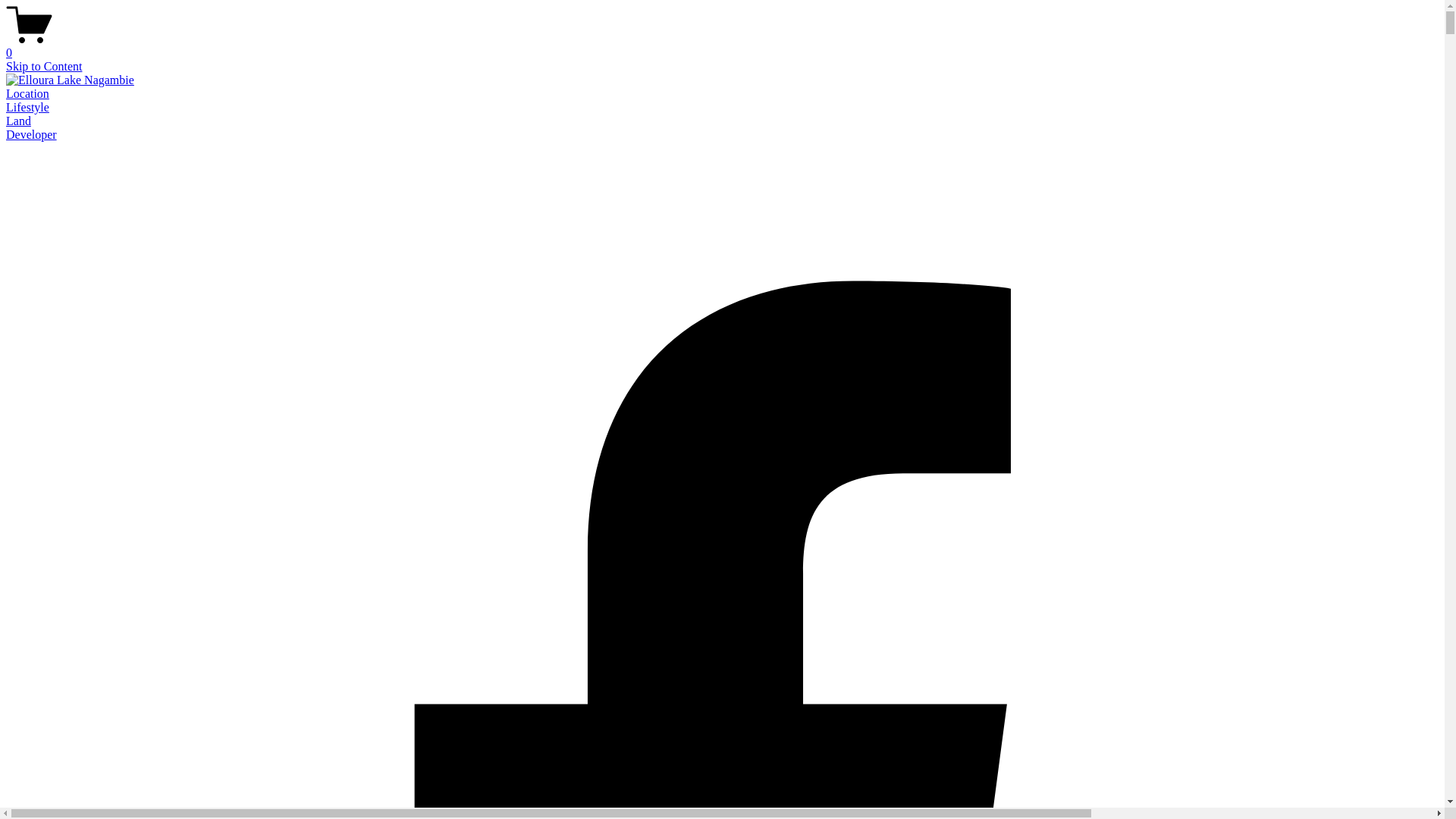 The image size is (1456, 819). I want to click on 'Developer', so click(6, 133).